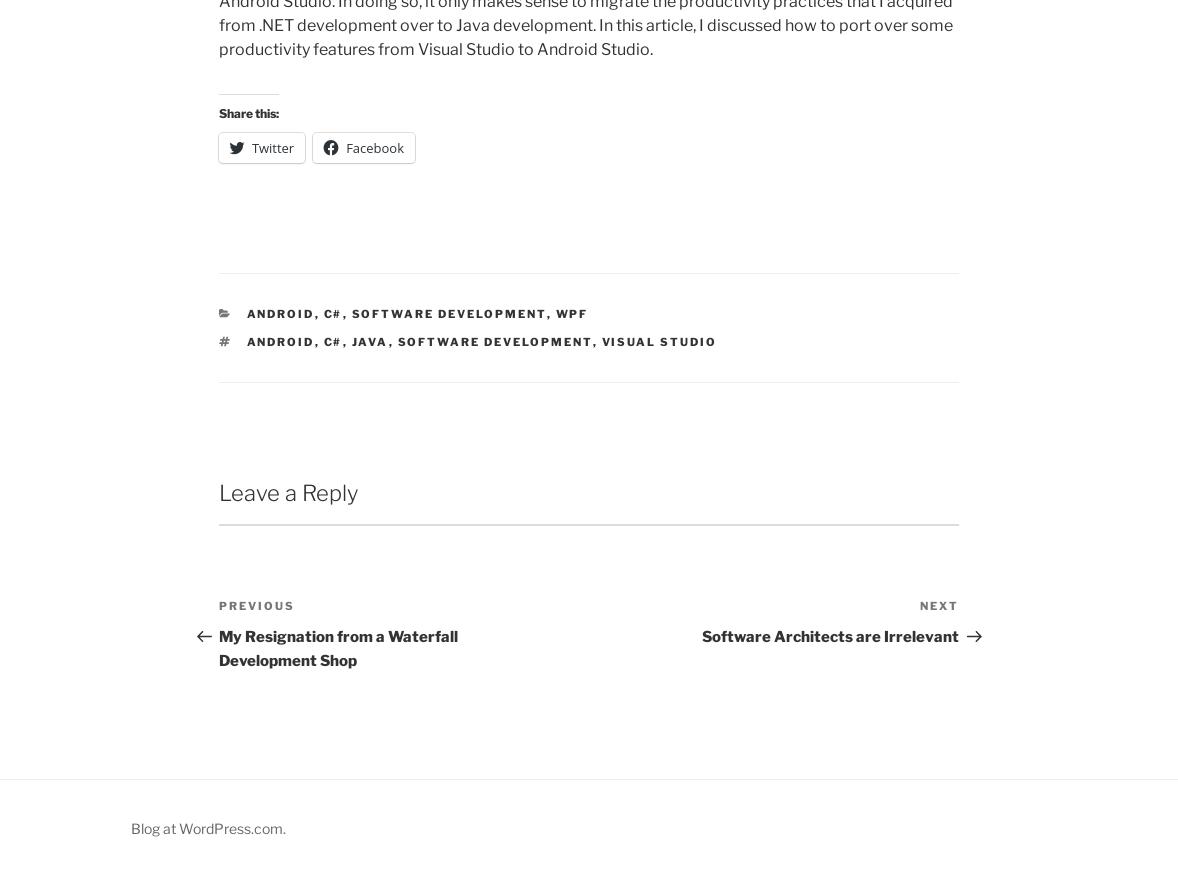 The image size is (1178, 874). Describe the element at coordinates (554, 313) in the screenshot. I see `'WPF'` at that location.